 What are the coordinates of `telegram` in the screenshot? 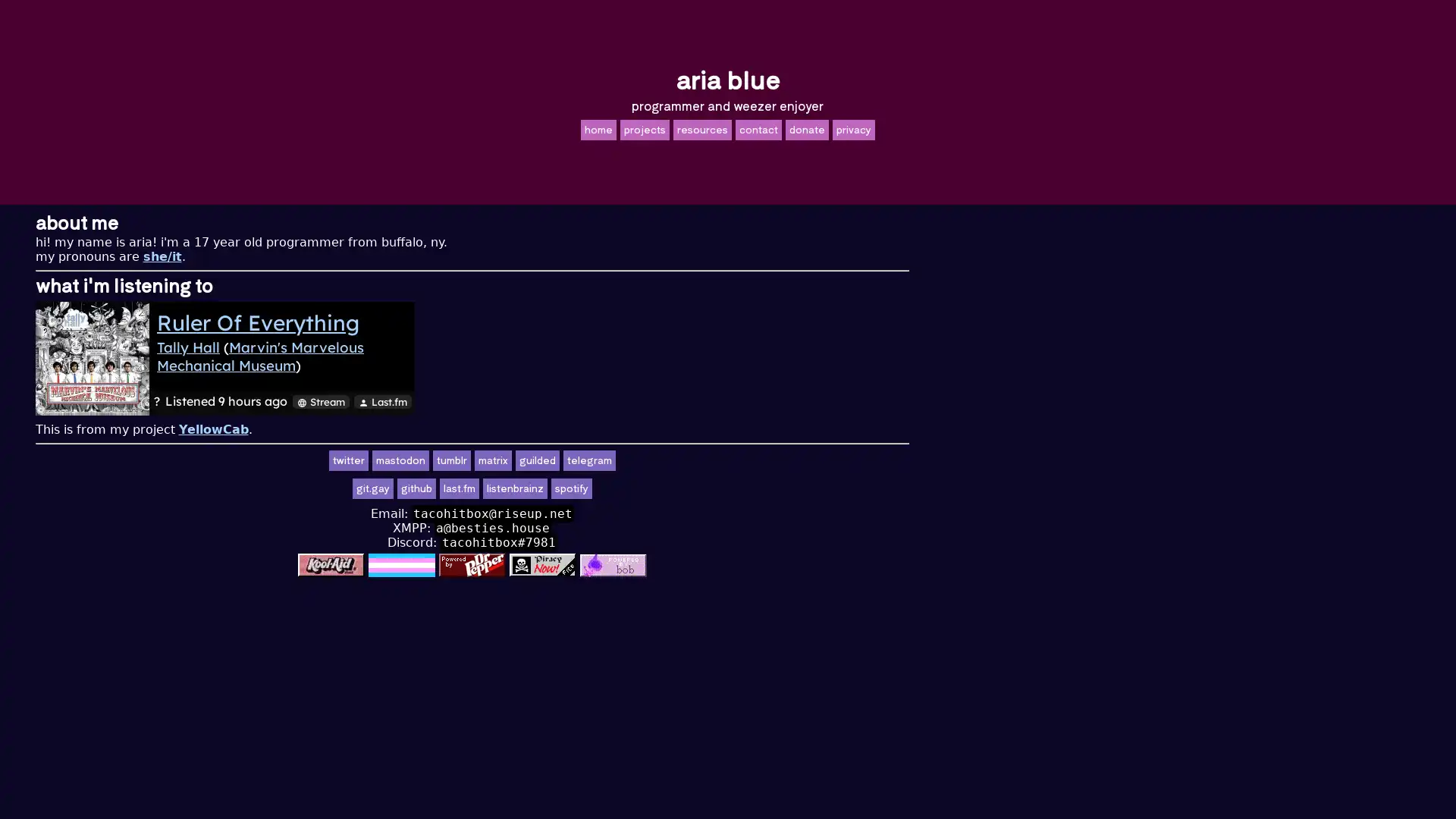 It's located at (844, 460).